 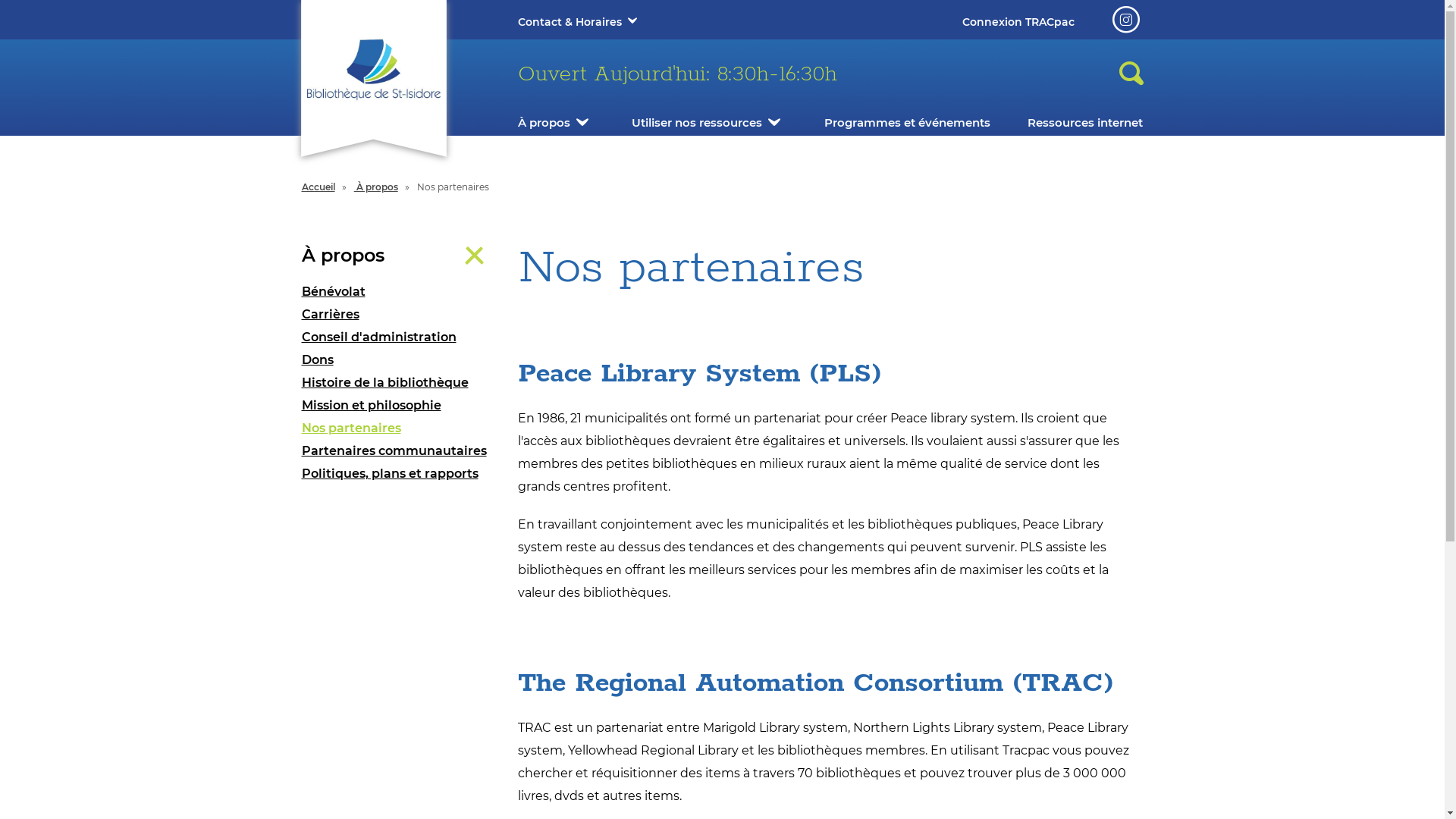 What do you see at coordinates (398, 336) in the screenshot?
I see `'Conseil d'administration'` at bounding box center [398, 336].